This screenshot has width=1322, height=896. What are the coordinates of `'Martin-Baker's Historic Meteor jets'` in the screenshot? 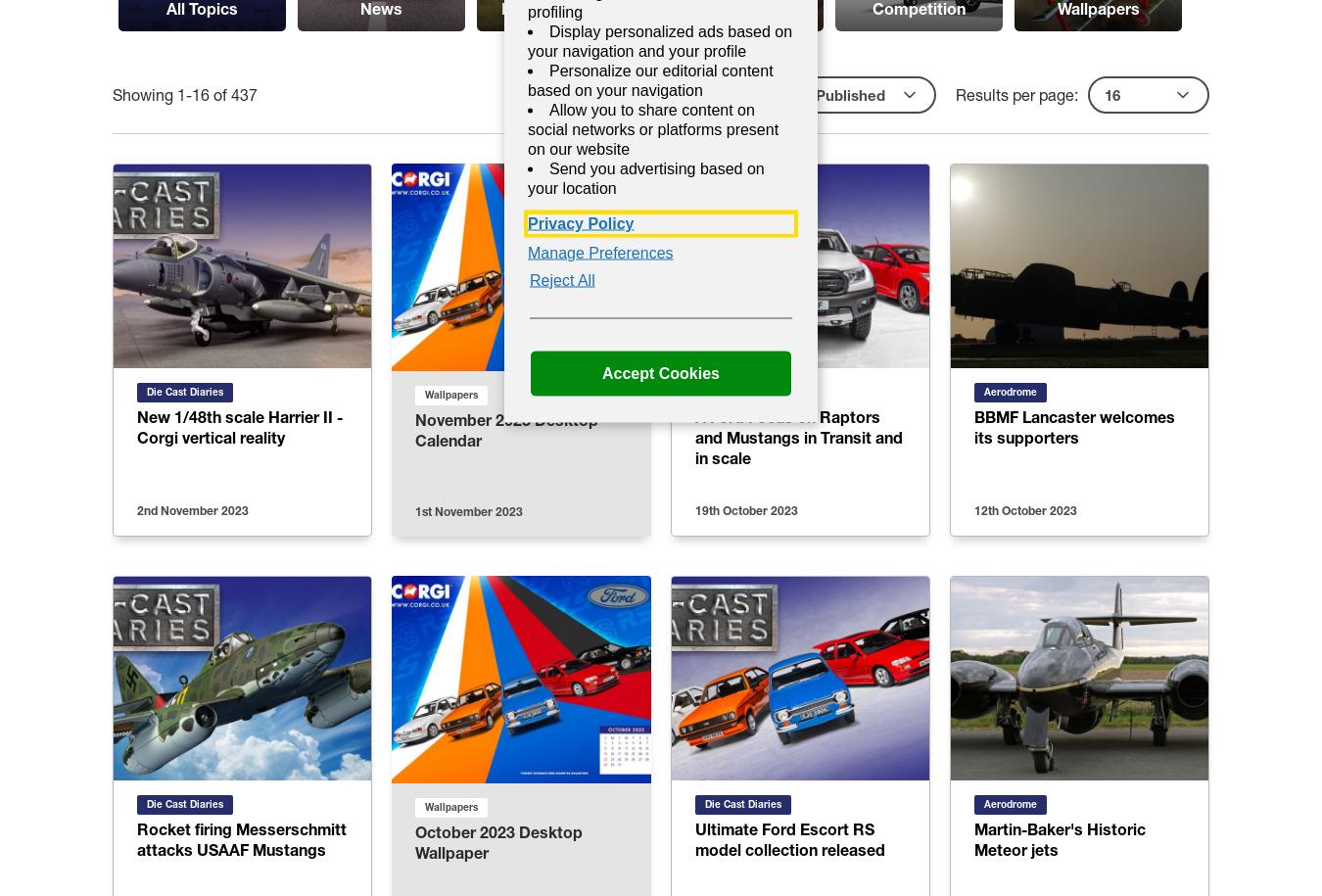 It's located at (1060, 838).